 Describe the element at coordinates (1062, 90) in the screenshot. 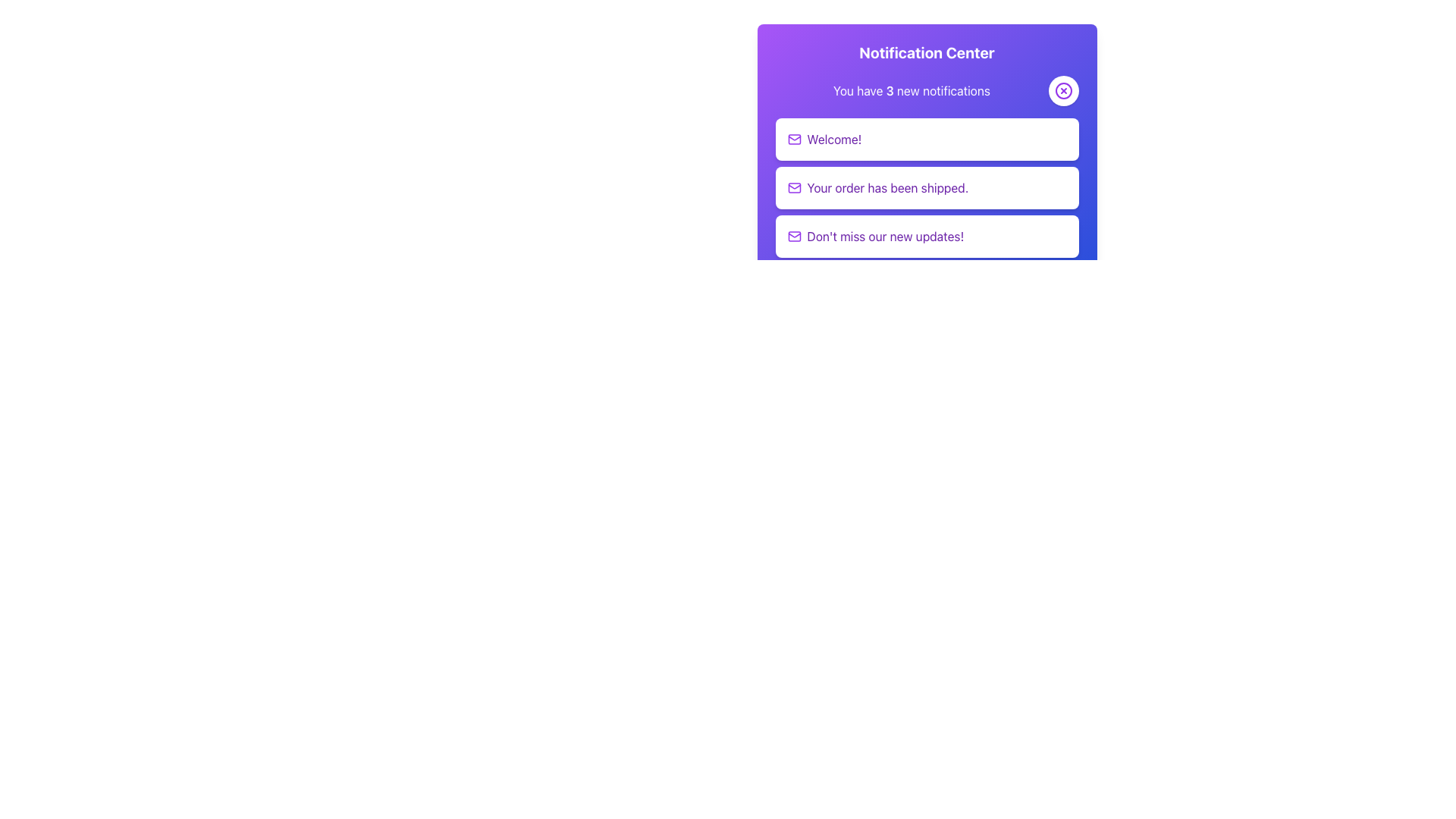

I see `the close button located` at that location.